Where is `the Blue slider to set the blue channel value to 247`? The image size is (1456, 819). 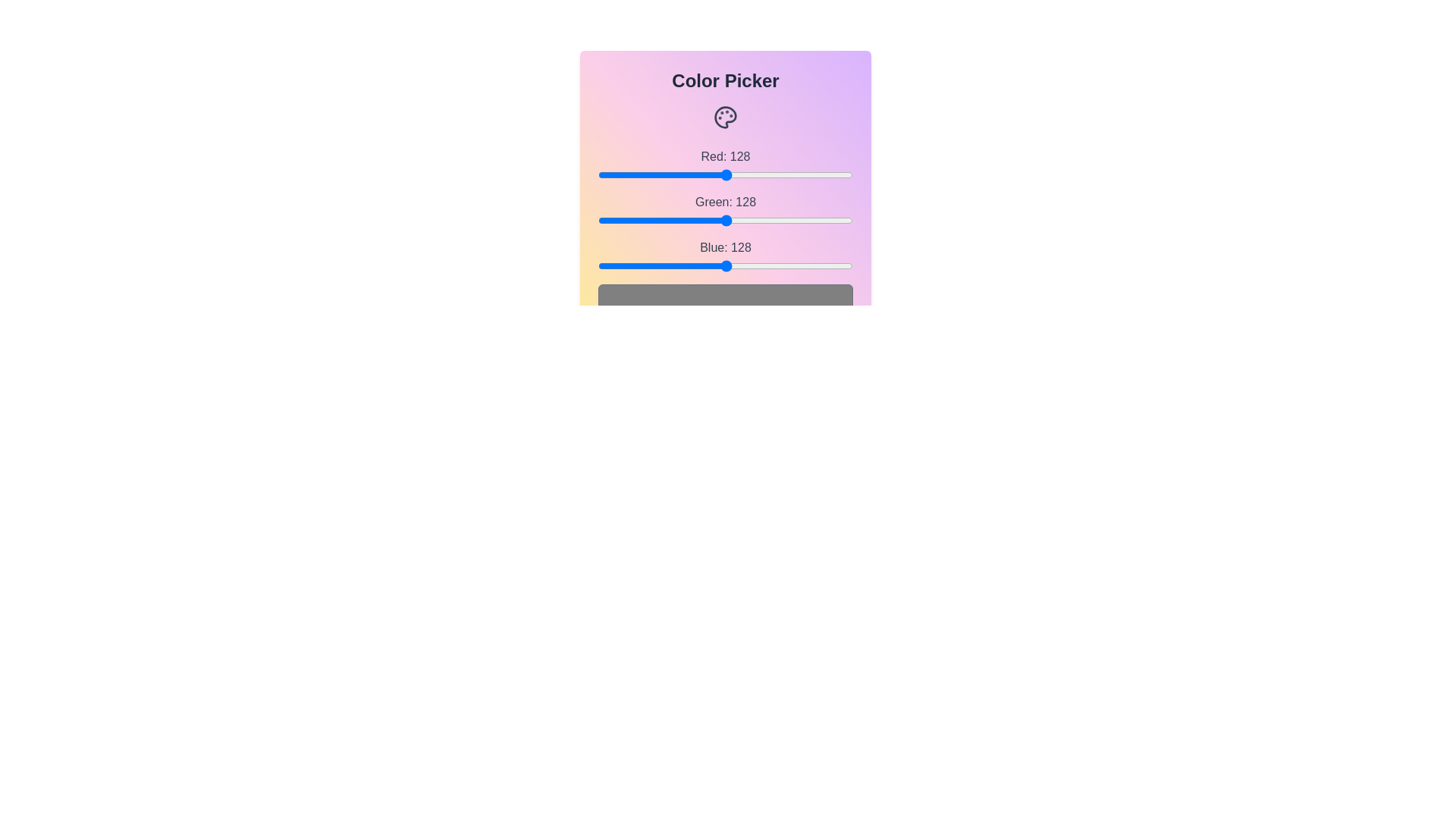
the Blue slider to set the blue channel value to 247 is located at coordinates (844, 265).